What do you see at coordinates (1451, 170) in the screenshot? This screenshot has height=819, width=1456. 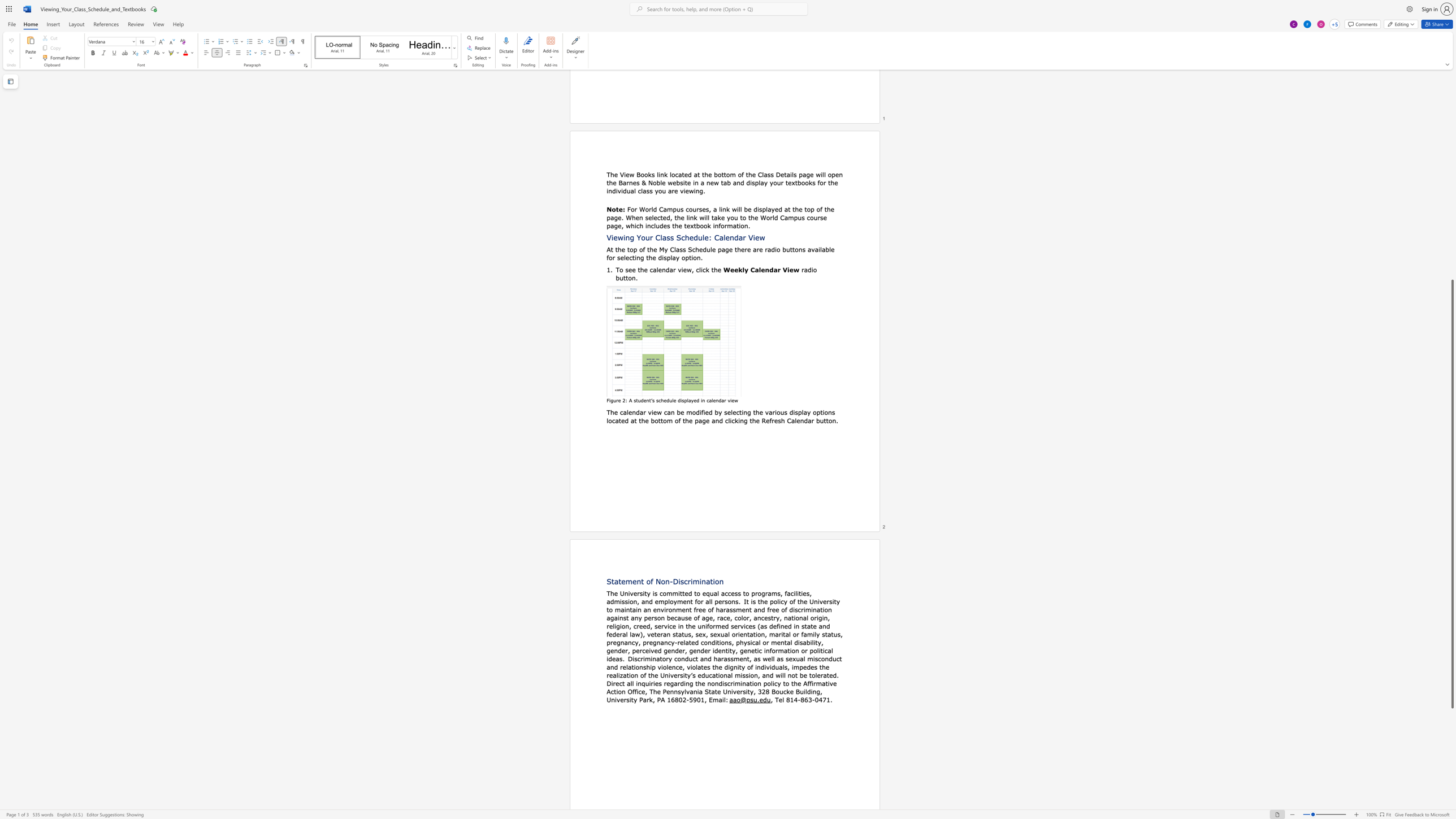 I see `the vertical scrollbar to raise the page content` at bounding box center [1451, 170].